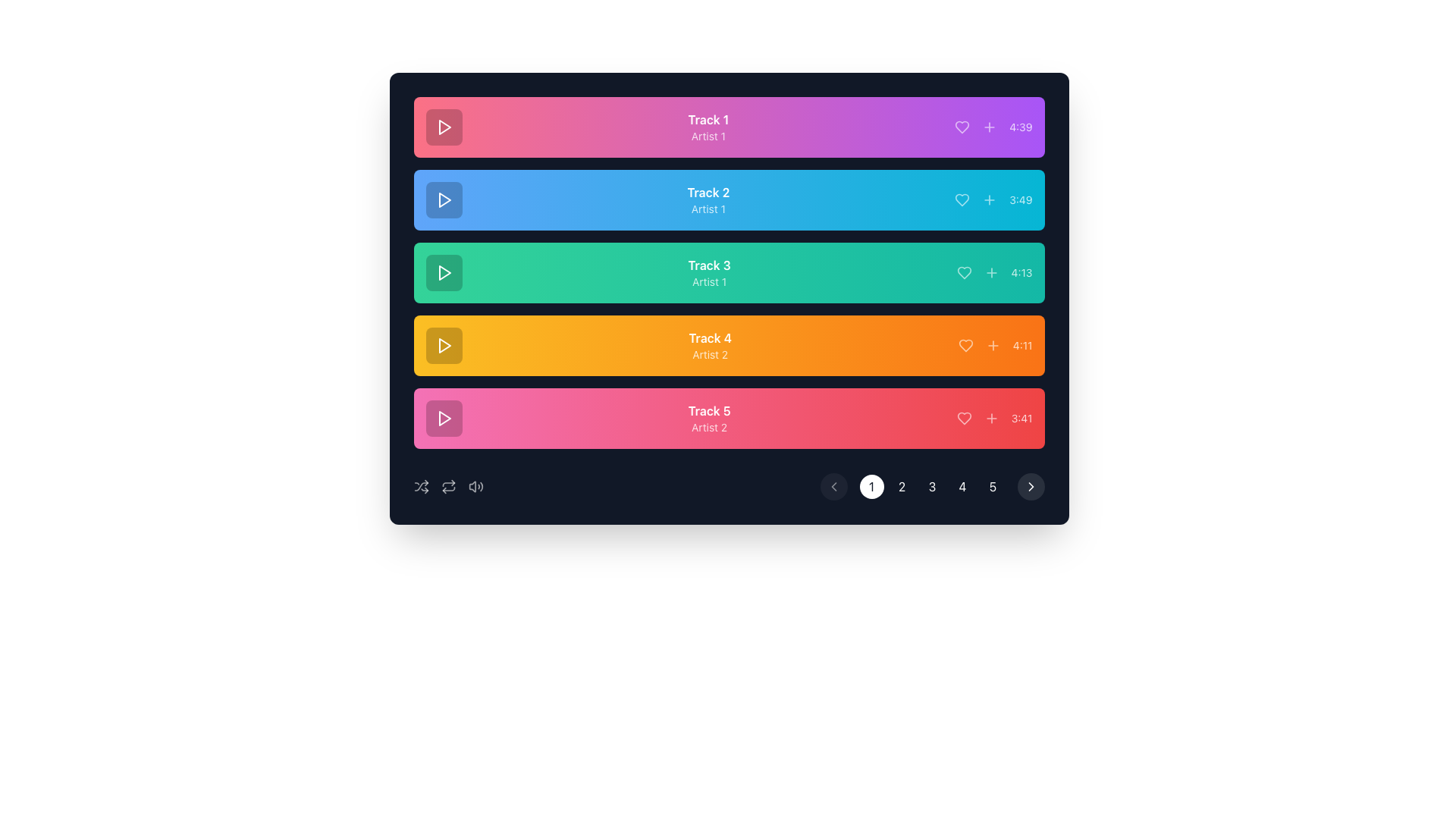 This screenshot has width=1456, height=819. Describe the element at coordinates (708, 418) in the screenshot. I see `displayed information from the title block showing the name and artist of the track, which is the fifth item in the vertical list of tracks` at that location.